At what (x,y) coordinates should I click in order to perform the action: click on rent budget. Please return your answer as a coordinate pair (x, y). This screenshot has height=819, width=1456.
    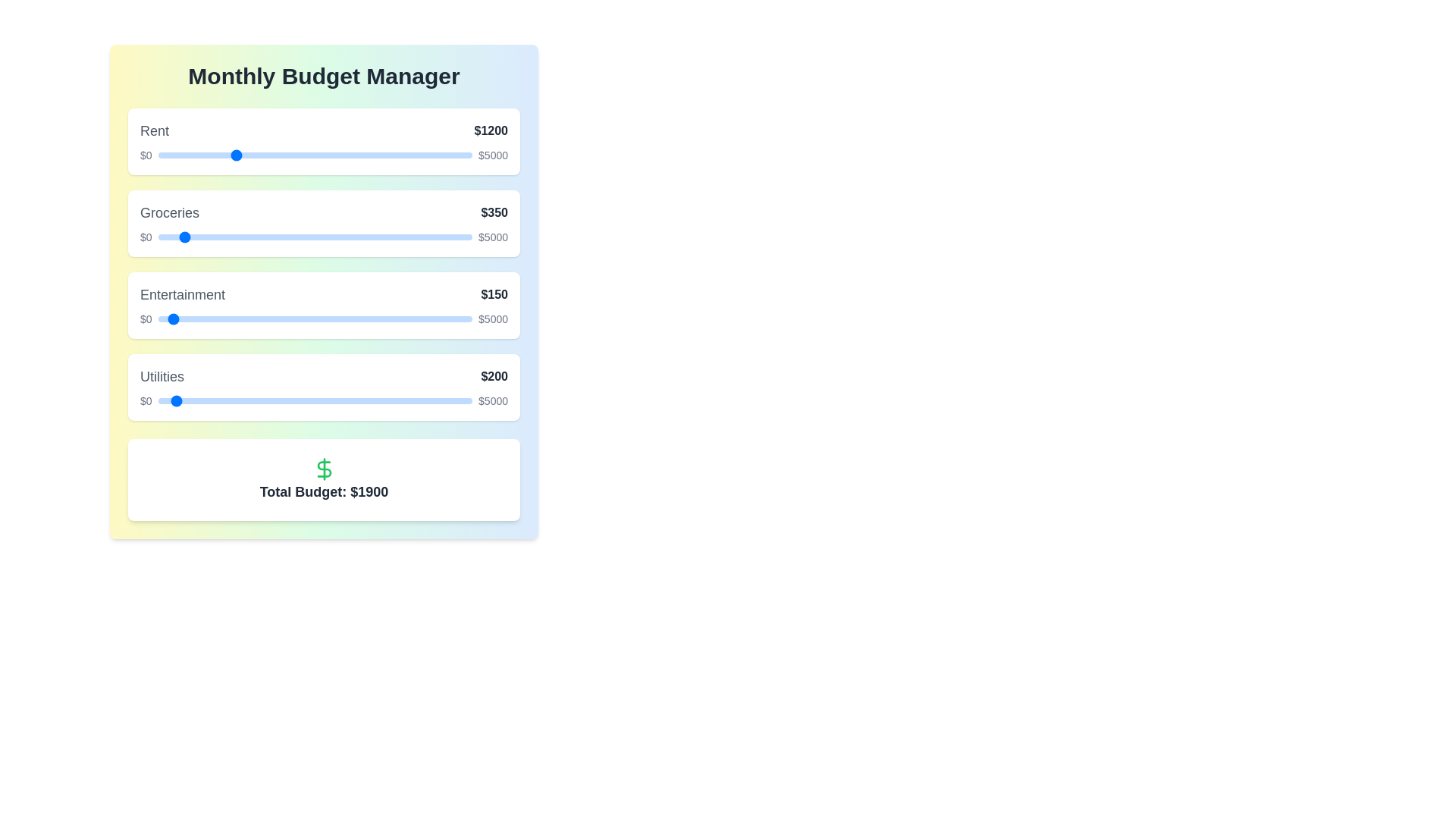
    Looking at the image, I should click on (256, 155).